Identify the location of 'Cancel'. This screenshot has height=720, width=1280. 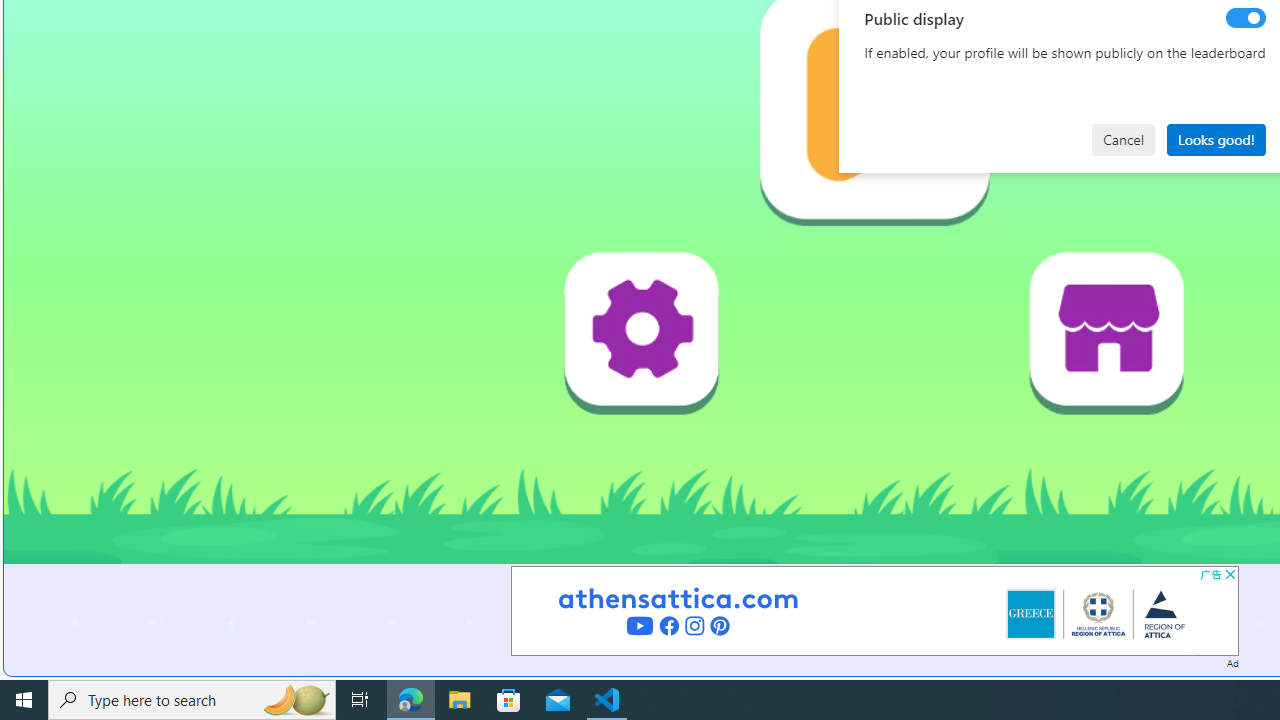
(1123, 138).